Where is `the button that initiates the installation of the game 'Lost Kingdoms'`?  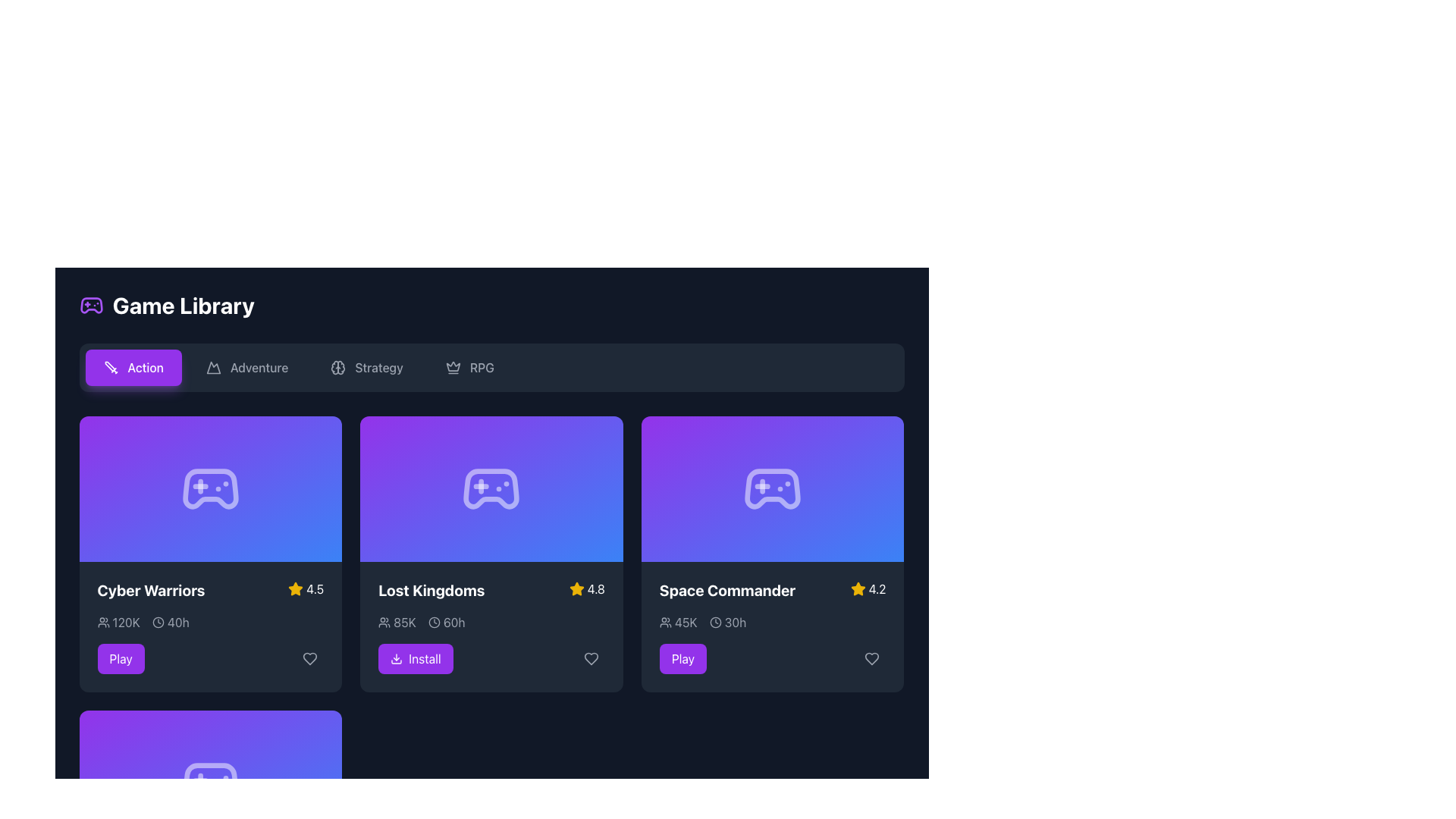 the button that initiates the installation of the game 'Lost Kingdoms' is located at coordinates (416, 657).